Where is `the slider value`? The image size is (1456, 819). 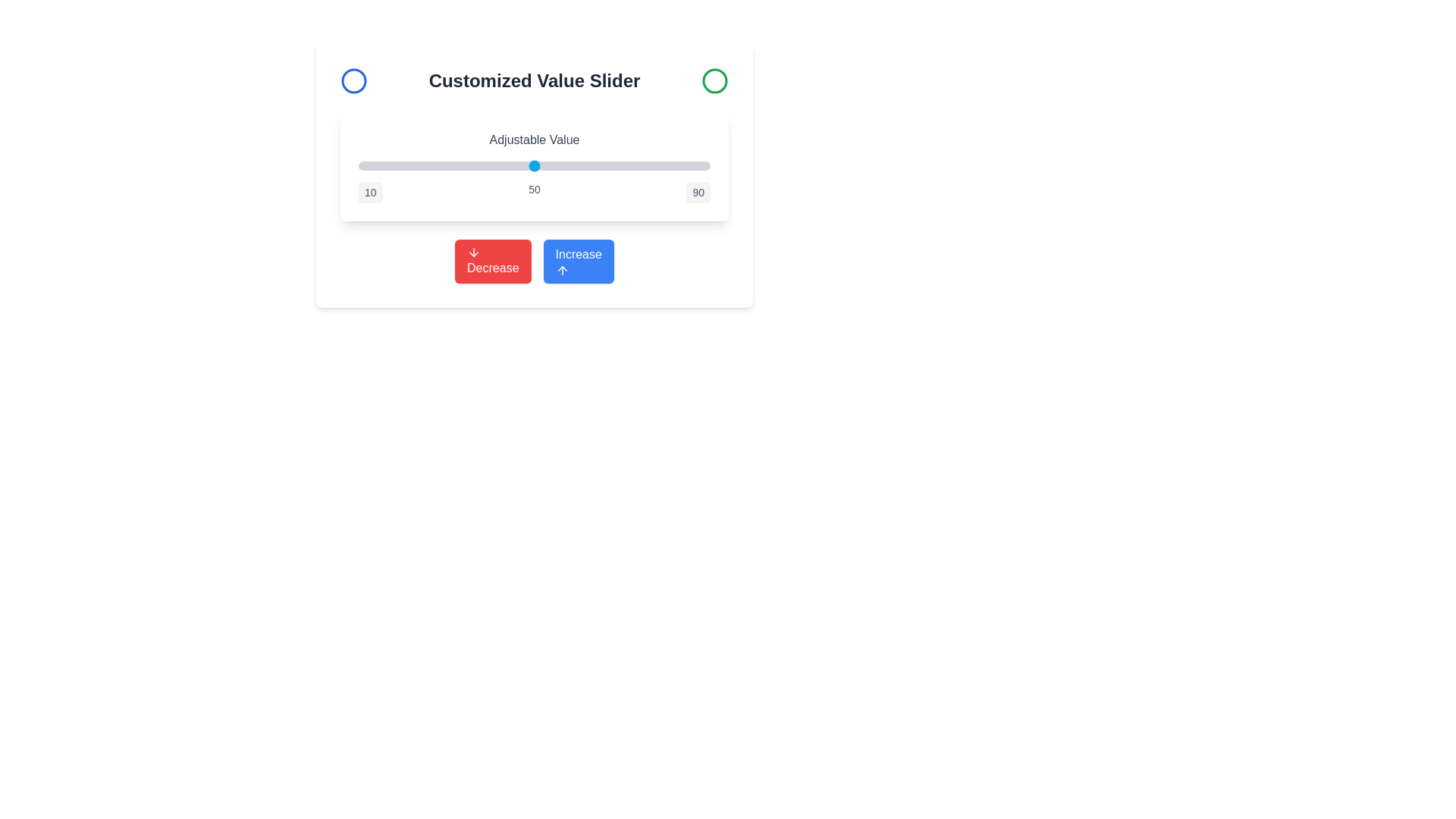
the slider value is located at coordinates (499, 166).